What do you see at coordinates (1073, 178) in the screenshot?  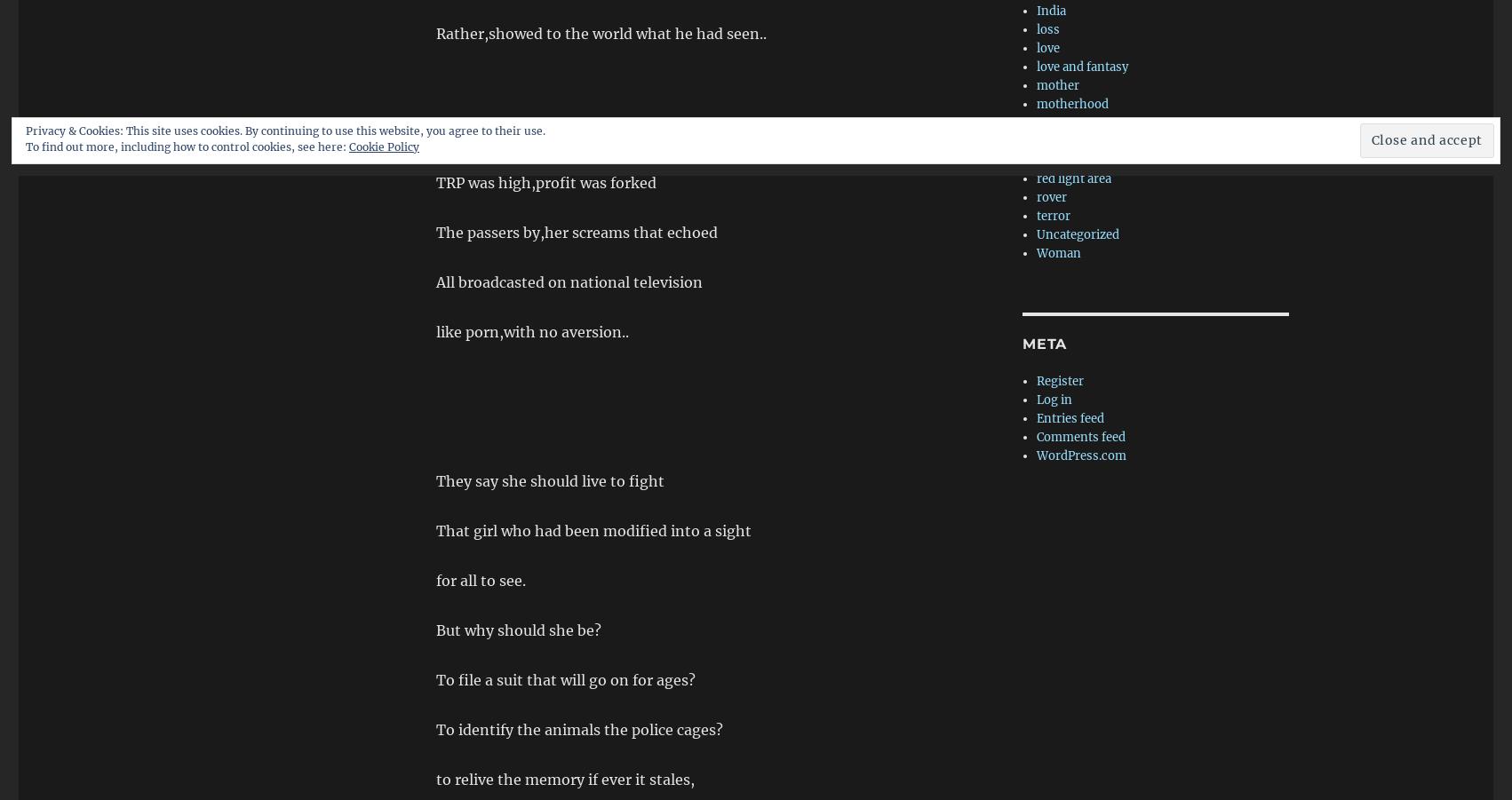 I see `'red light area'` at bounding box center [1073, 178].